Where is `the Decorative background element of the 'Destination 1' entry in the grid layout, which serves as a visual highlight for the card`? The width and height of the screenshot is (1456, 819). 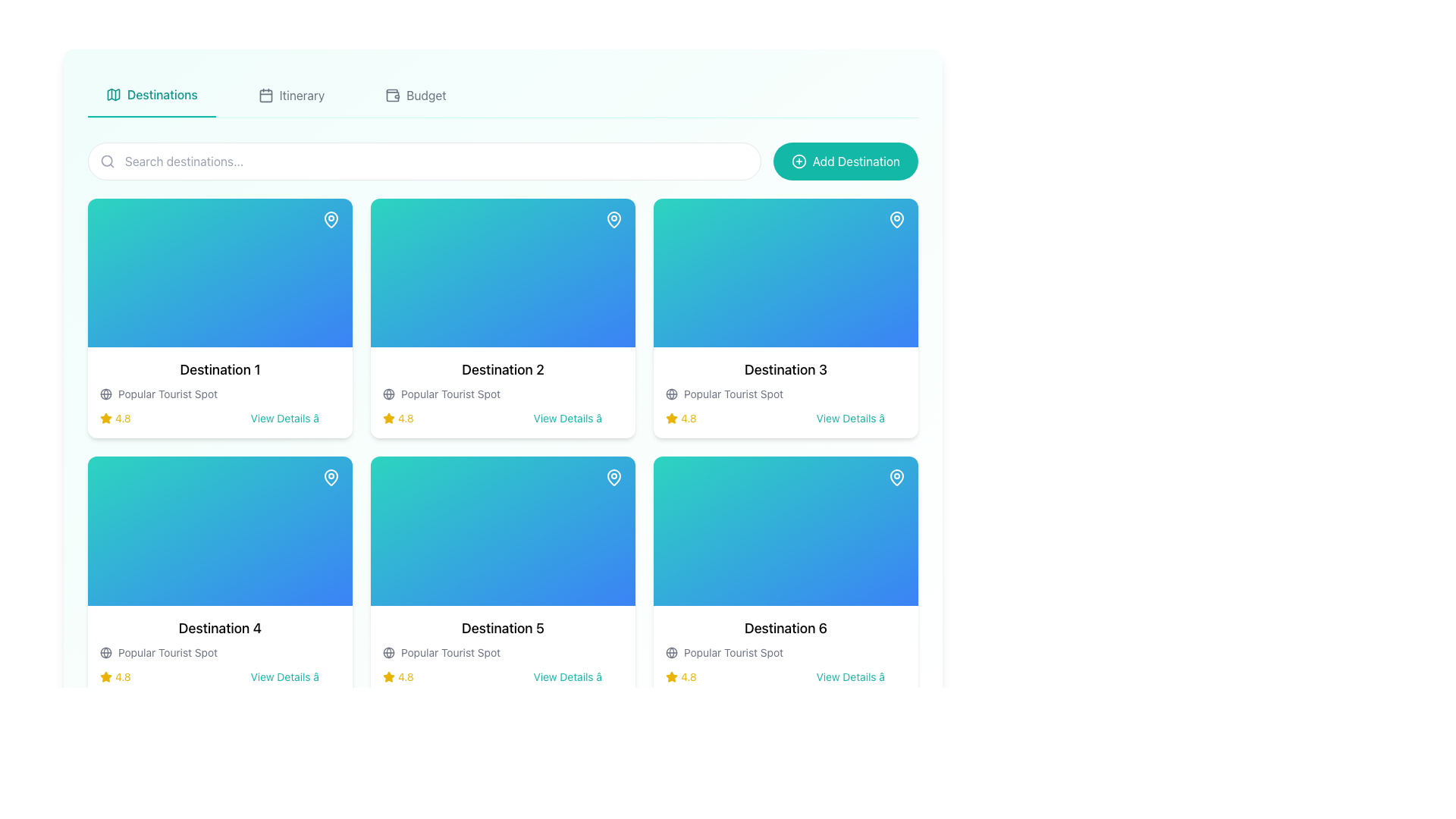
the Decorative background element of the 'Destination 1' entry in the grid layout, which serves as a visual highlight for the card is located at coordinates (219, 273).